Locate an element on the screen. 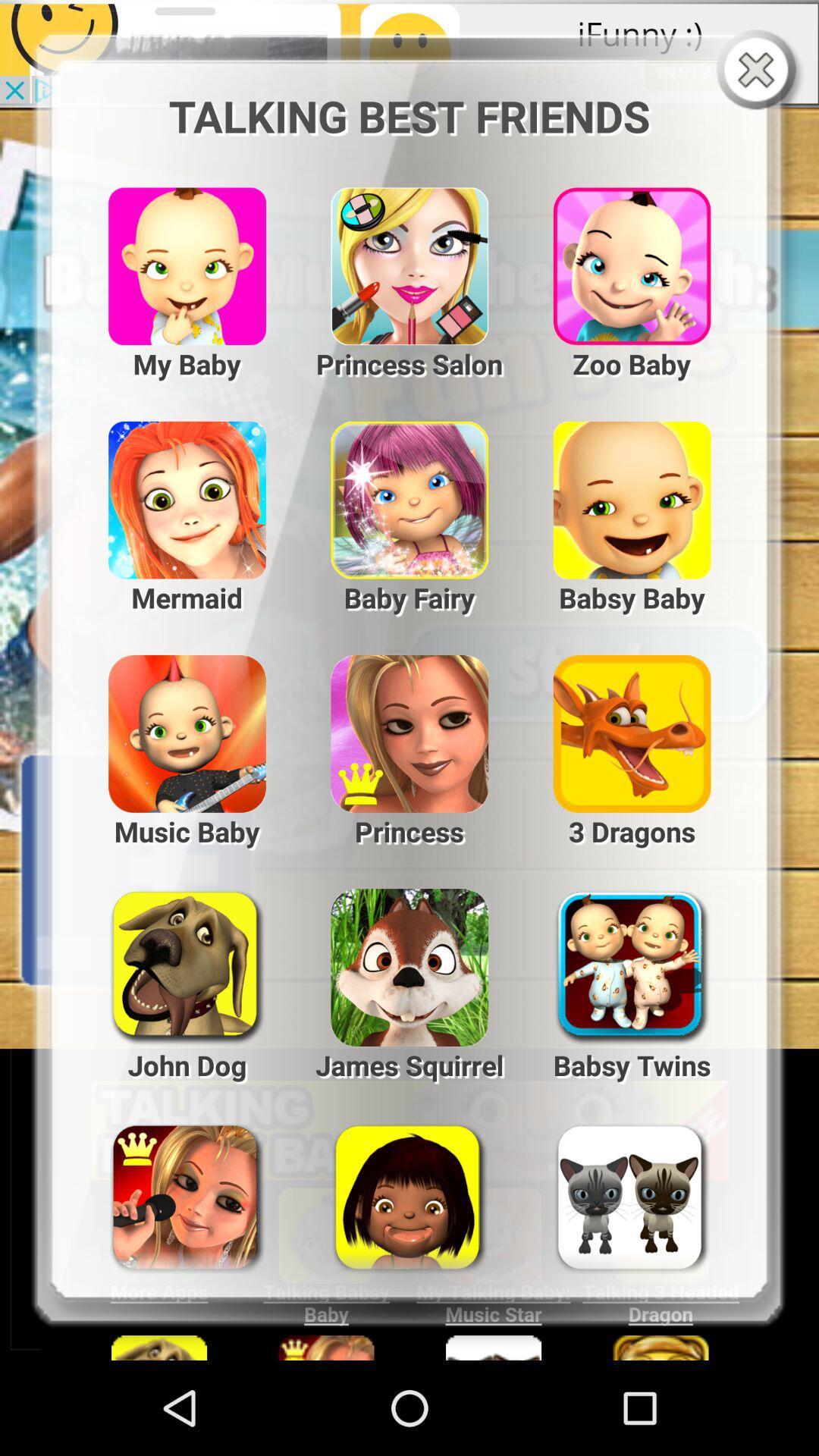 The image size is (819, 1456). the close icon is located at coordinates (759, 76).